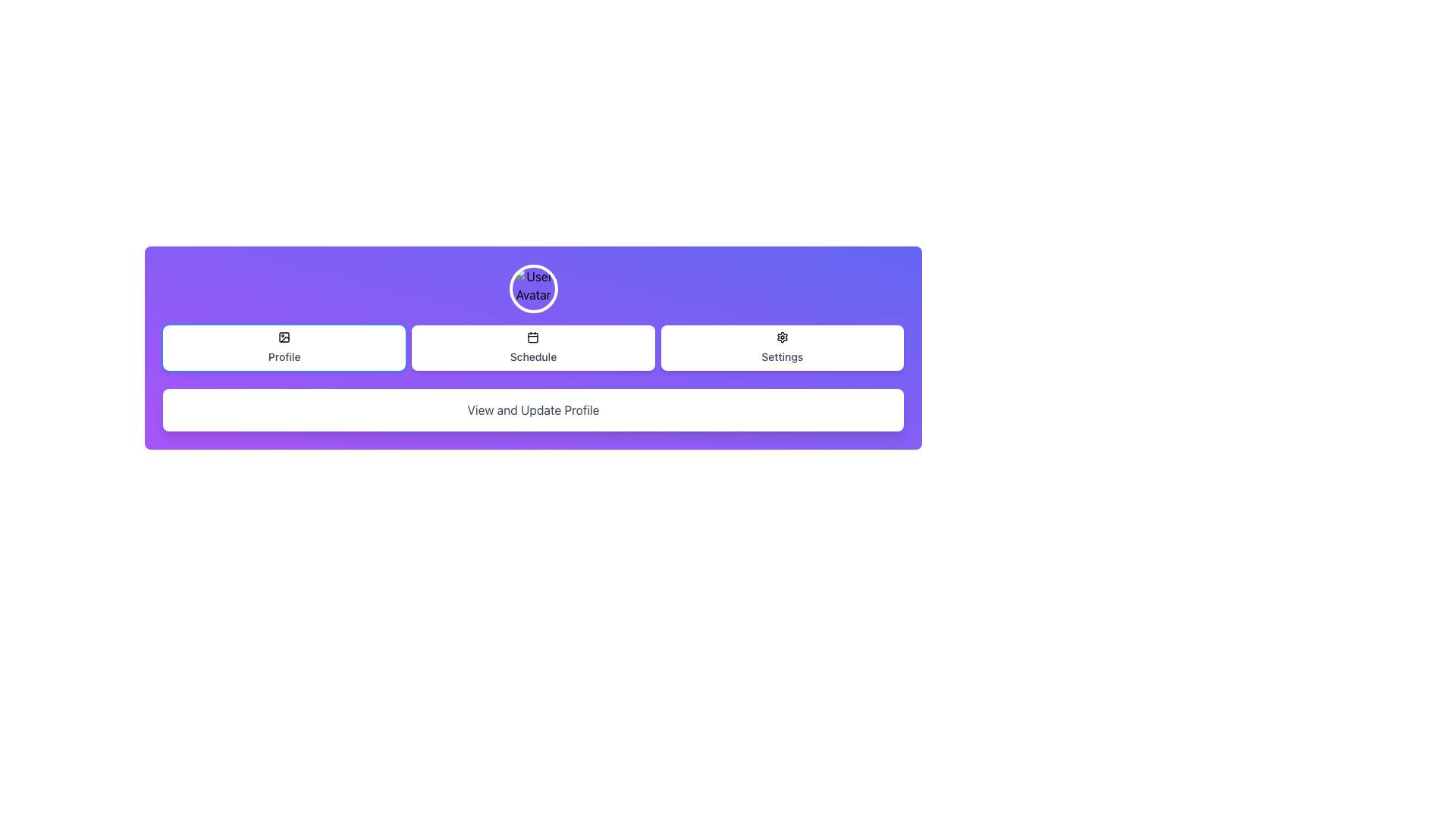  Describe the element at coordinates (533, 348) in the screenshot. I see `the 'Schedule' button located in the middle section beneath the user avatar, positioned between 'Profile' on the left and 'Settings' on the right` at that location.